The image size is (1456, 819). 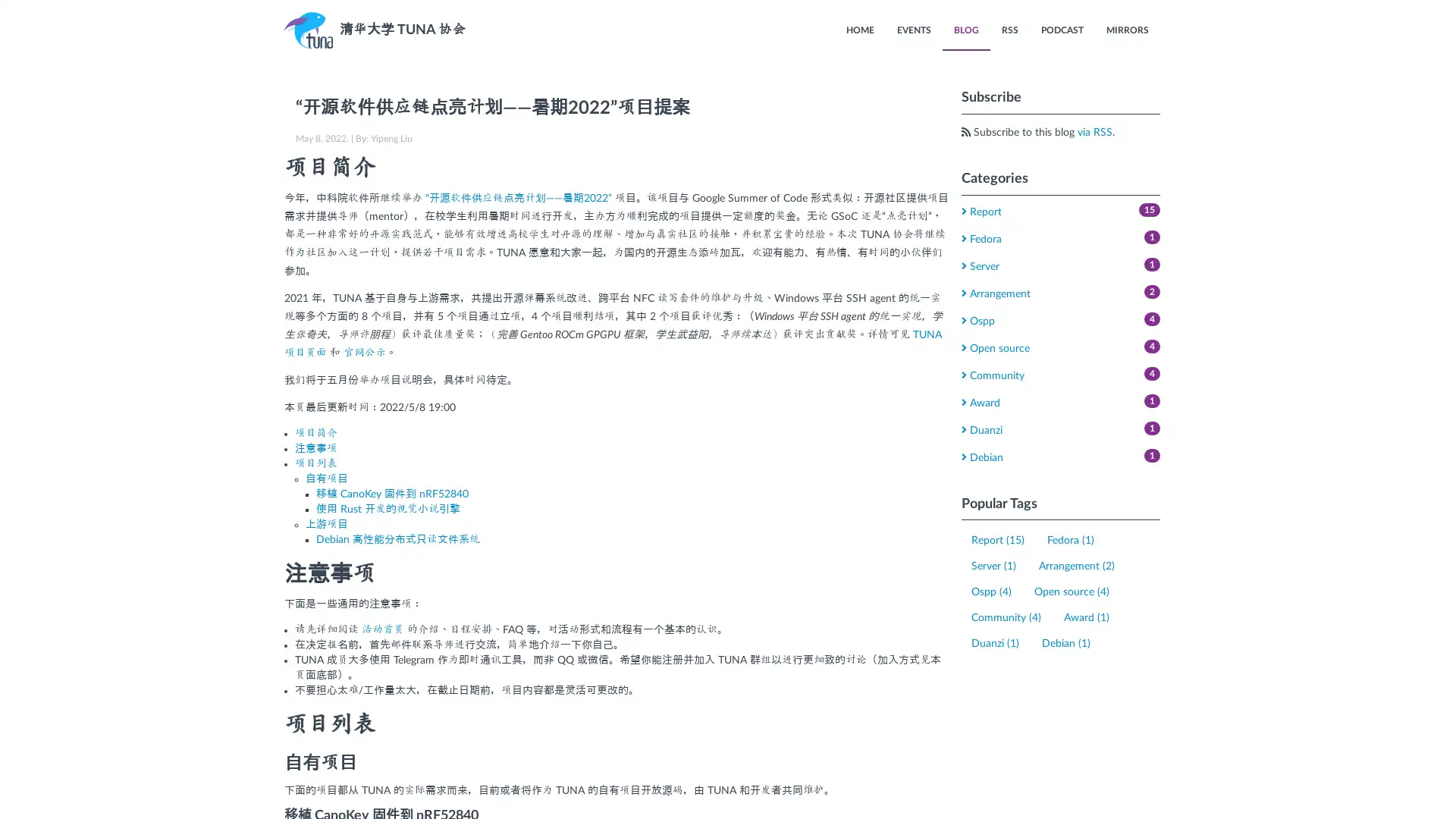 What do you see at coordinates (993, 566) in the screenshot?
I see `Server (1)` at bounding box center [993, 566].